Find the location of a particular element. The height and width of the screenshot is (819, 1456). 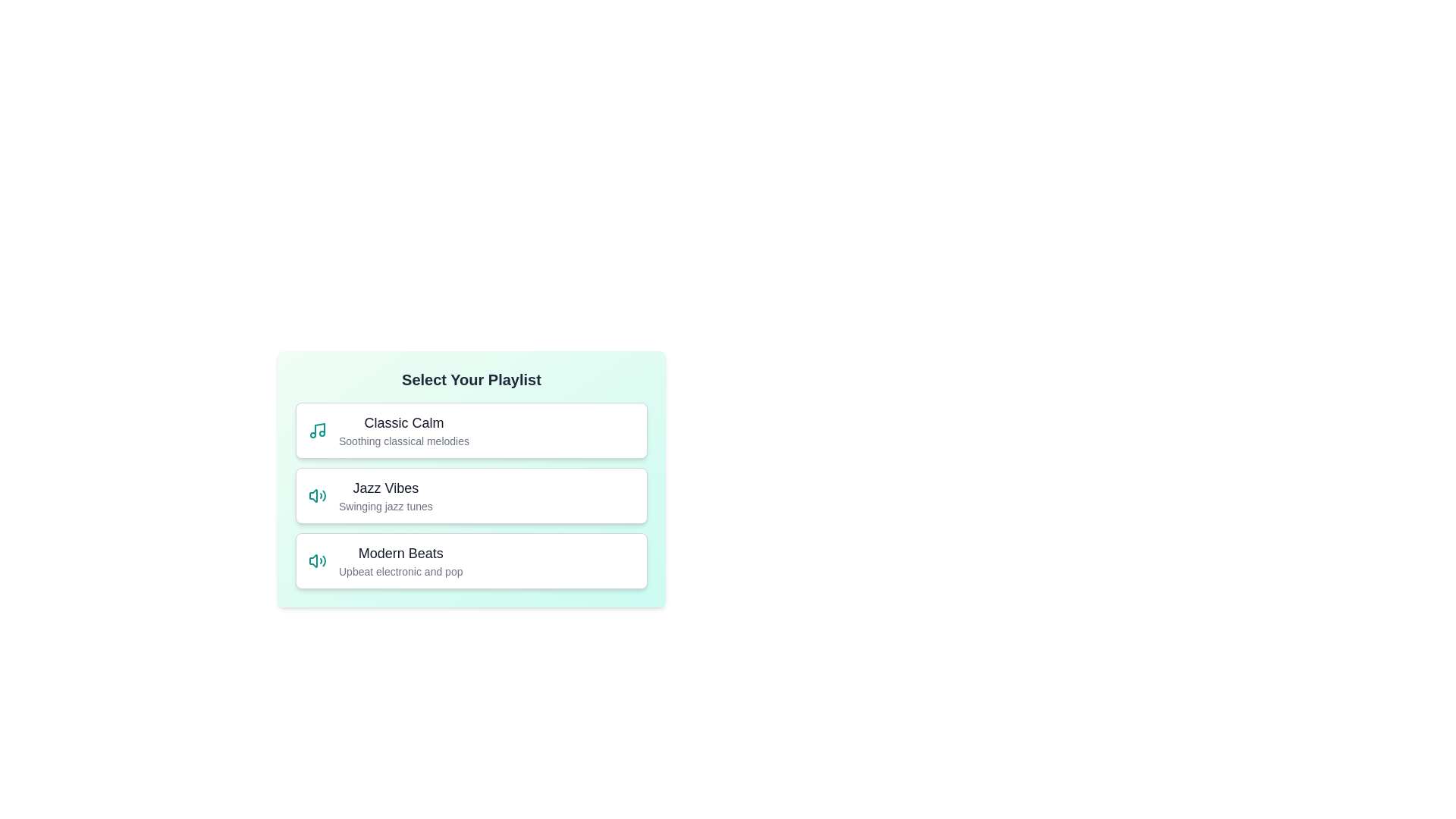

the 'Modern Beats' text display element, which features bold text and is positioned centrally in a card-like structure, located below 'Jazz Vibes' is located at coordinates (400, 561).